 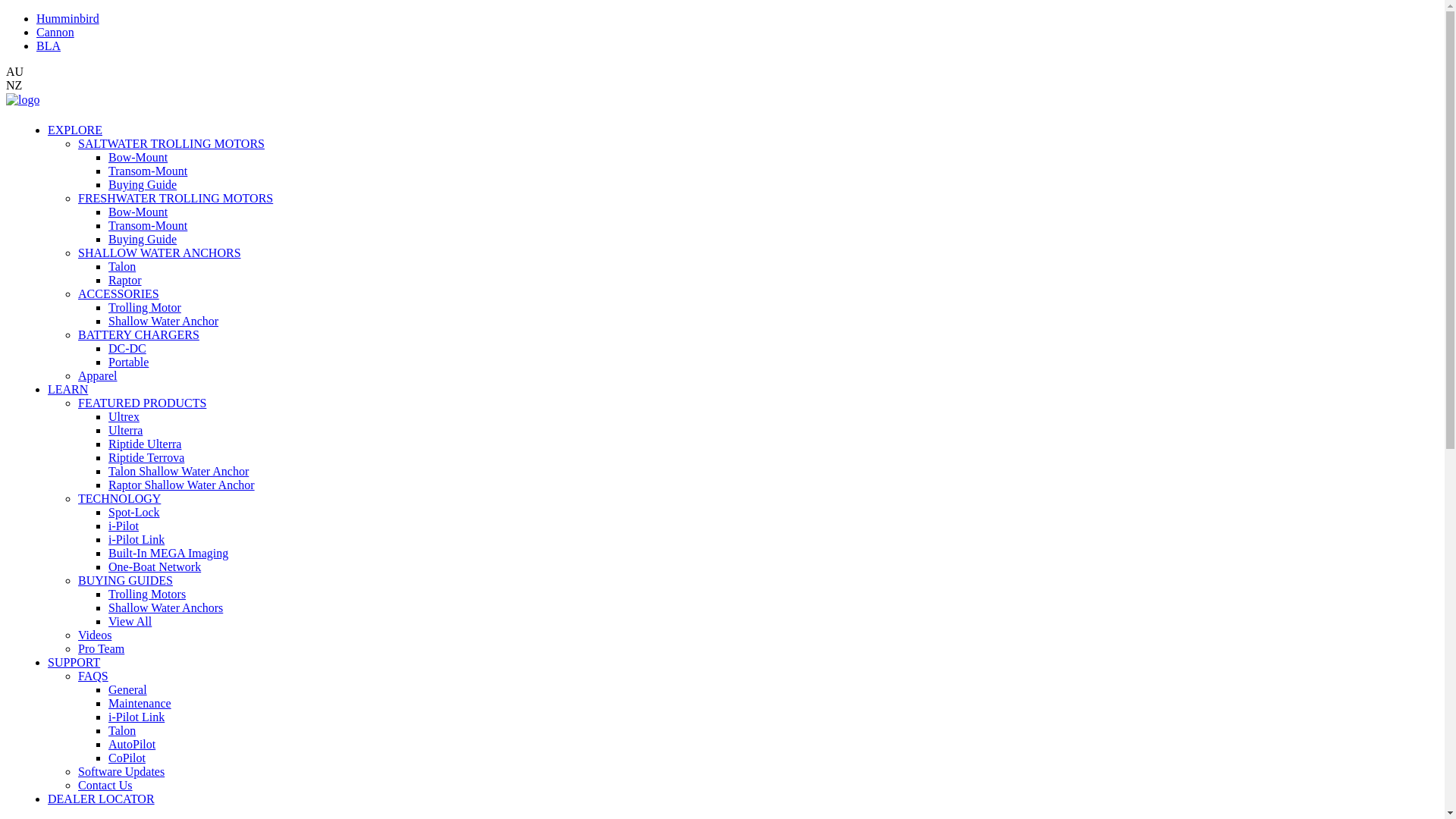 What do you see at coordinates (108, 566) in the screenshot?
I see `'One-Boat Network'` at bounding box center [108, 566].